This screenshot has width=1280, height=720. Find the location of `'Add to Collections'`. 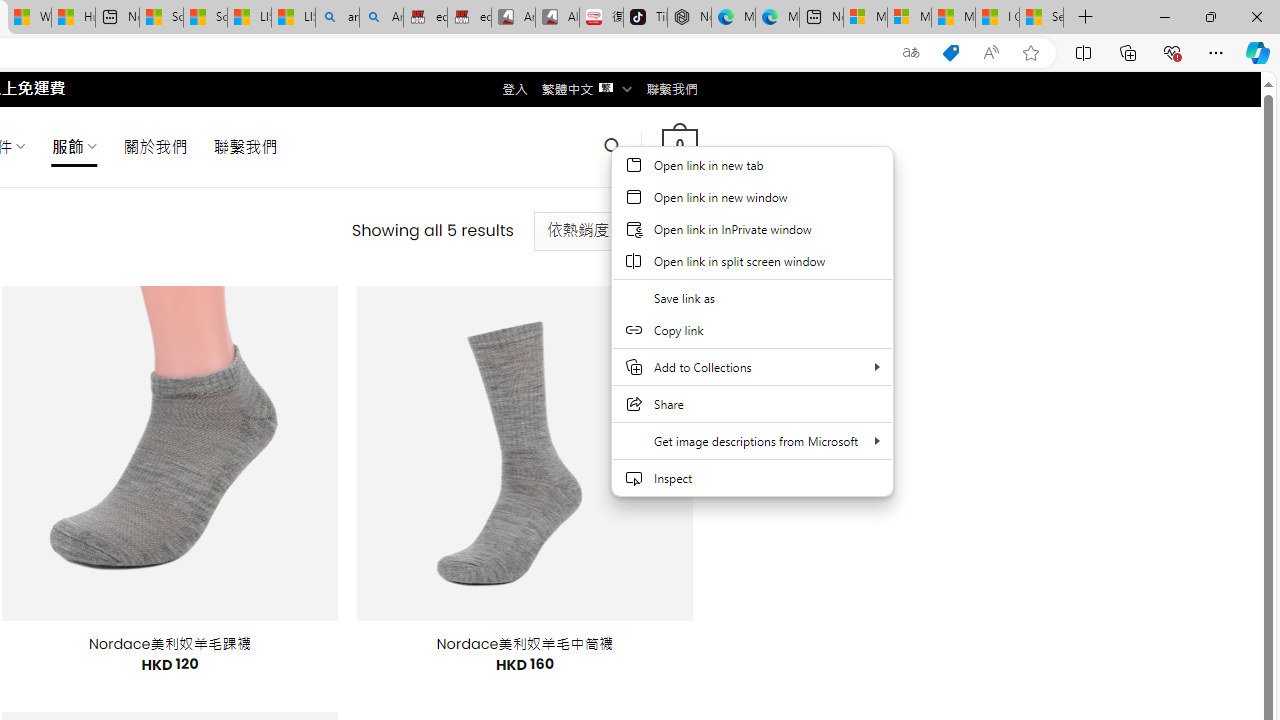

'Add to Collections' is located at coordinates (751, 367).